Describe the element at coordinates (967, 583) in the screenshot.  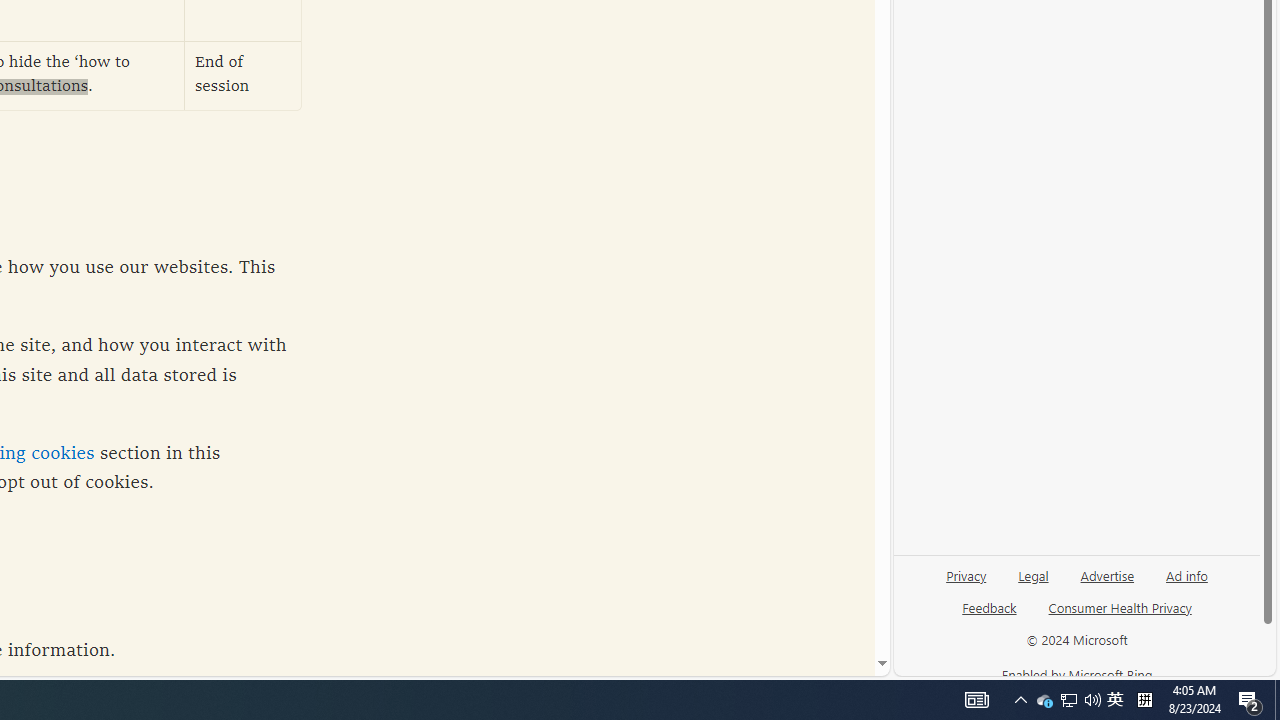
I see `'Privacy'` at that location.